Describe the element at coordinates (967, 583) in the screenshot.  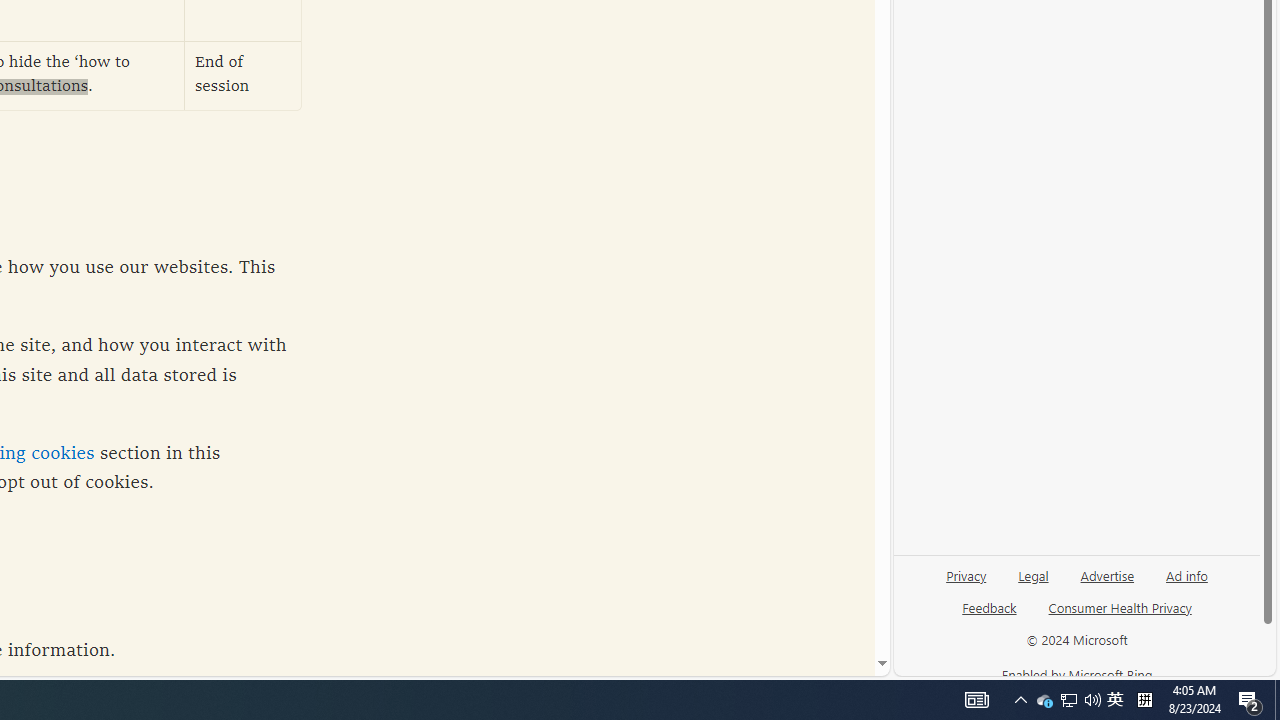
I see `'Privacy'` at that location.